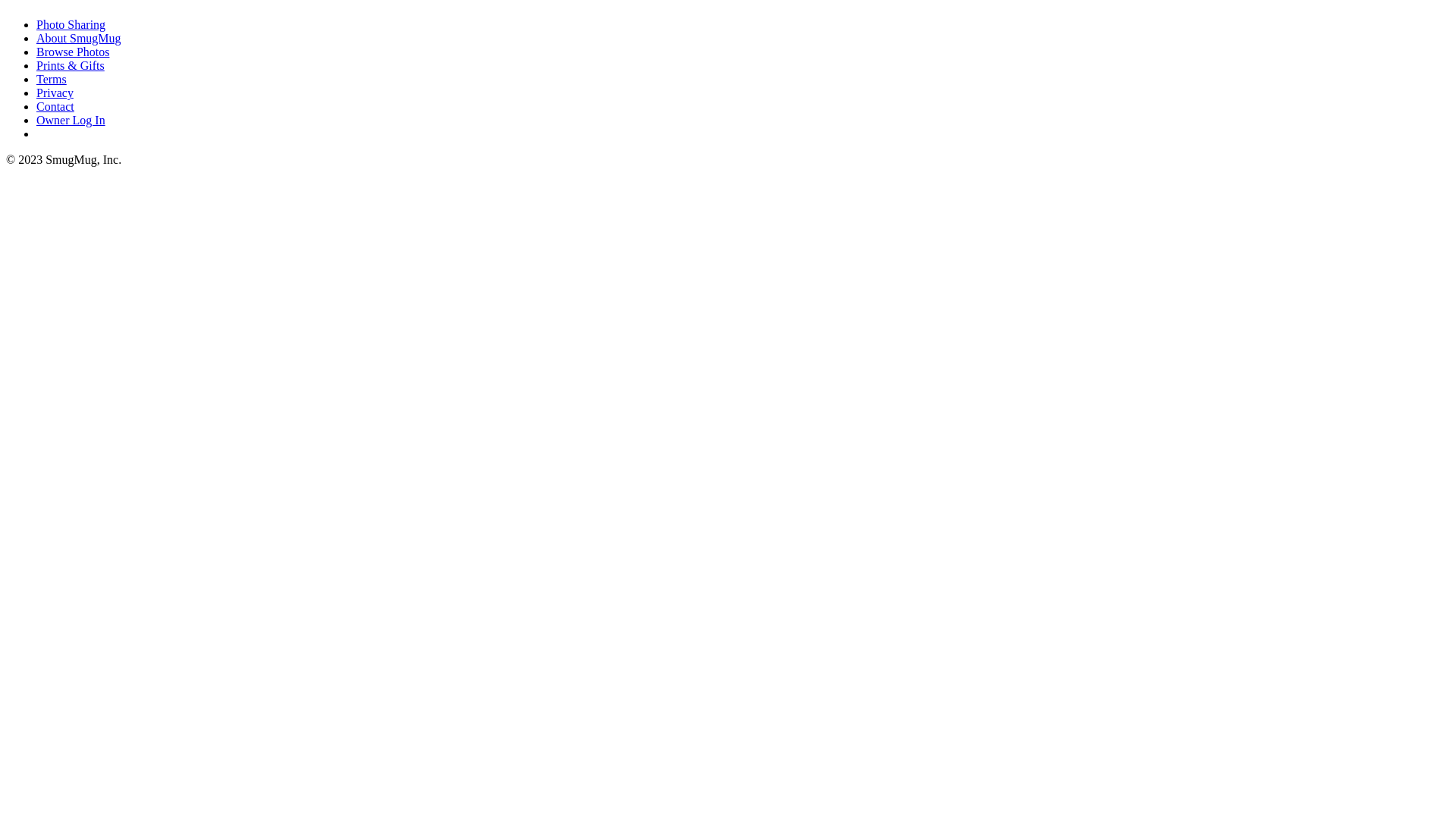  Describe the element at coordinates (55, 105) in the screenshot. I see `'Contact'` at that location.